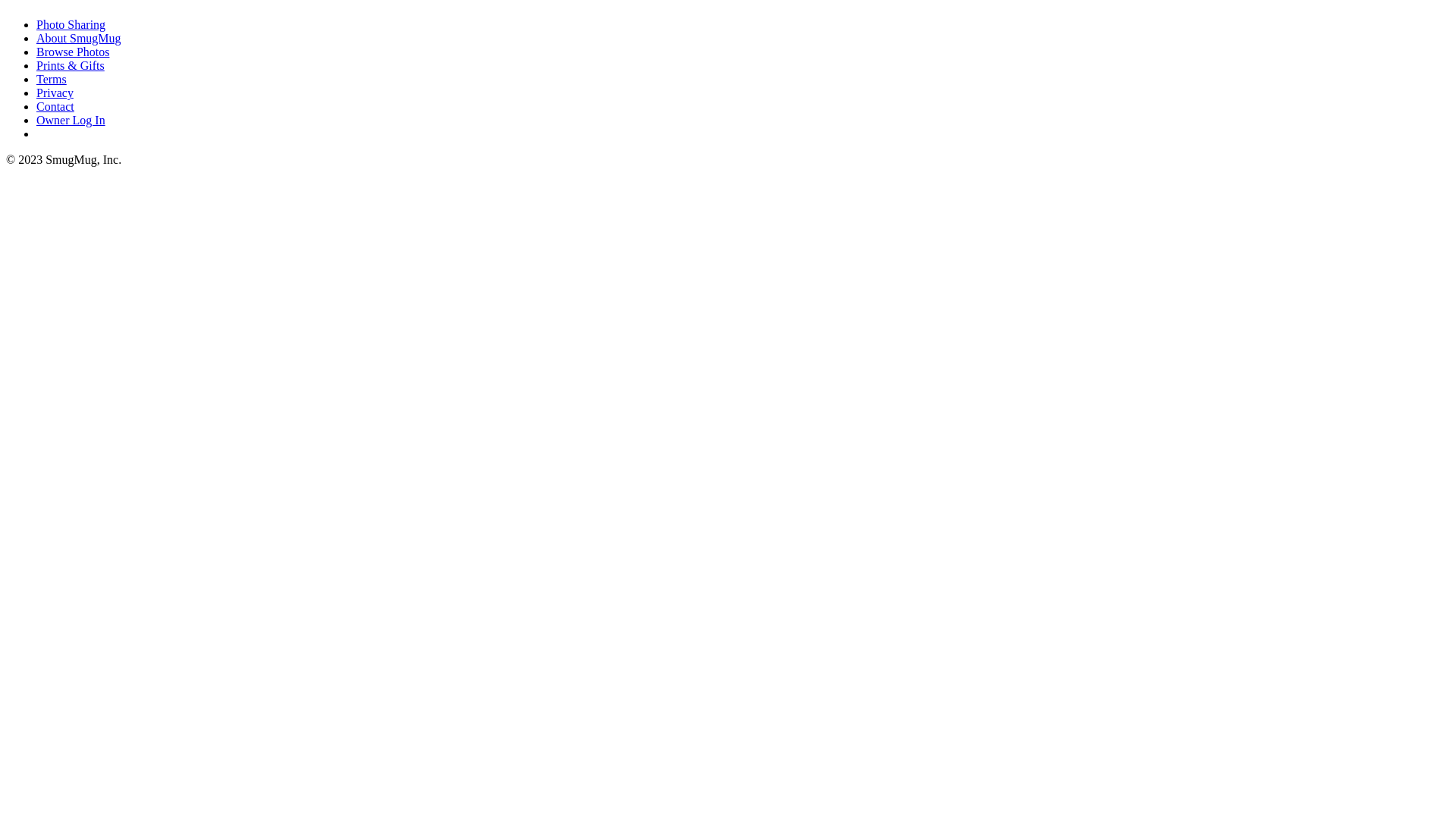  Describe the element at coordinates (55, 105) in the screenshot. I see `'Contact'` at that location.